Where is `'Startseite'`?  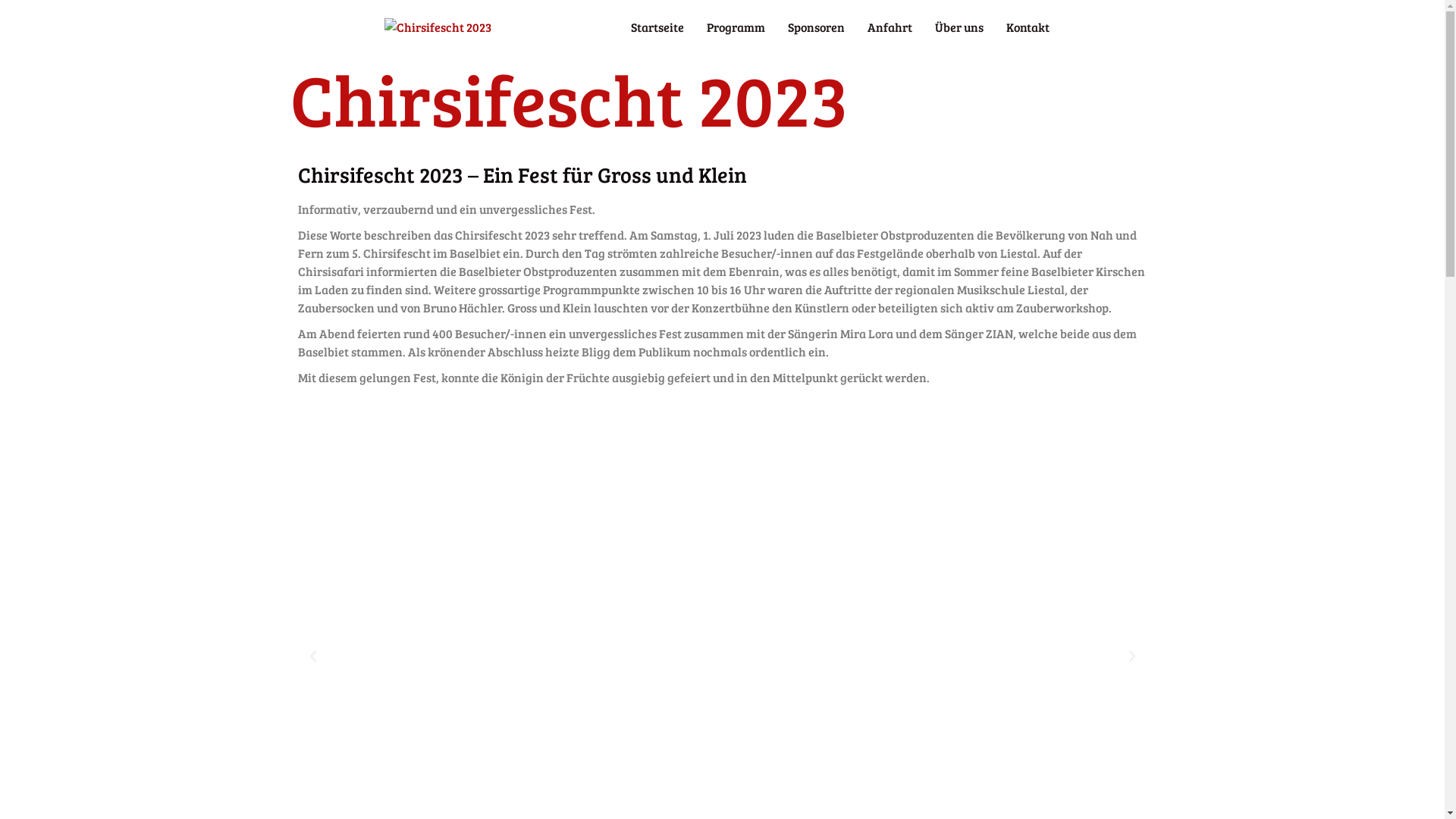
'Startseite' is located at coordinates (721, 79).